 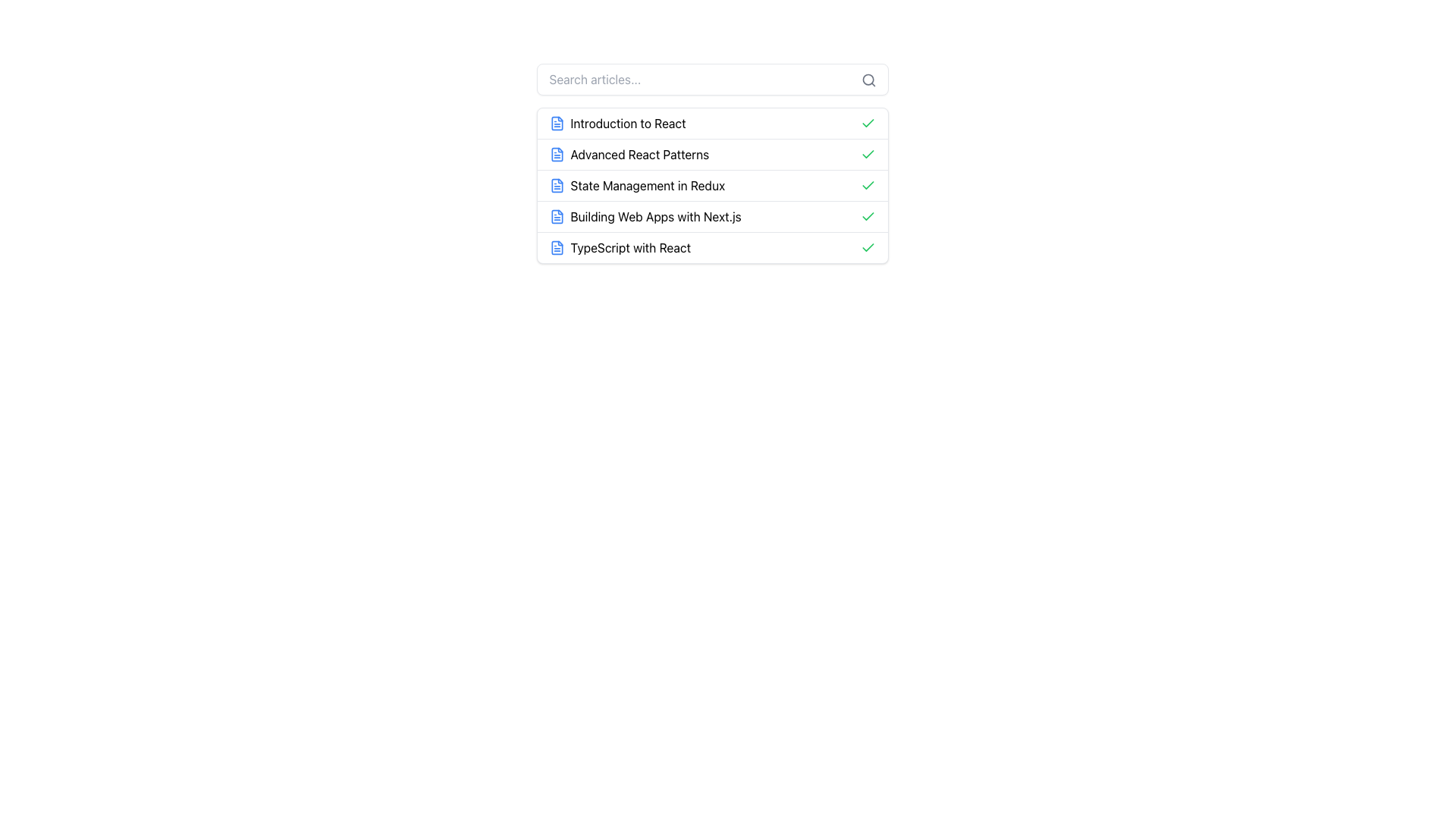 I want to click on the list item labeled 'Advanced React Patterns' which is the second item in a vertically stacked list, so click(x=711, y=154).